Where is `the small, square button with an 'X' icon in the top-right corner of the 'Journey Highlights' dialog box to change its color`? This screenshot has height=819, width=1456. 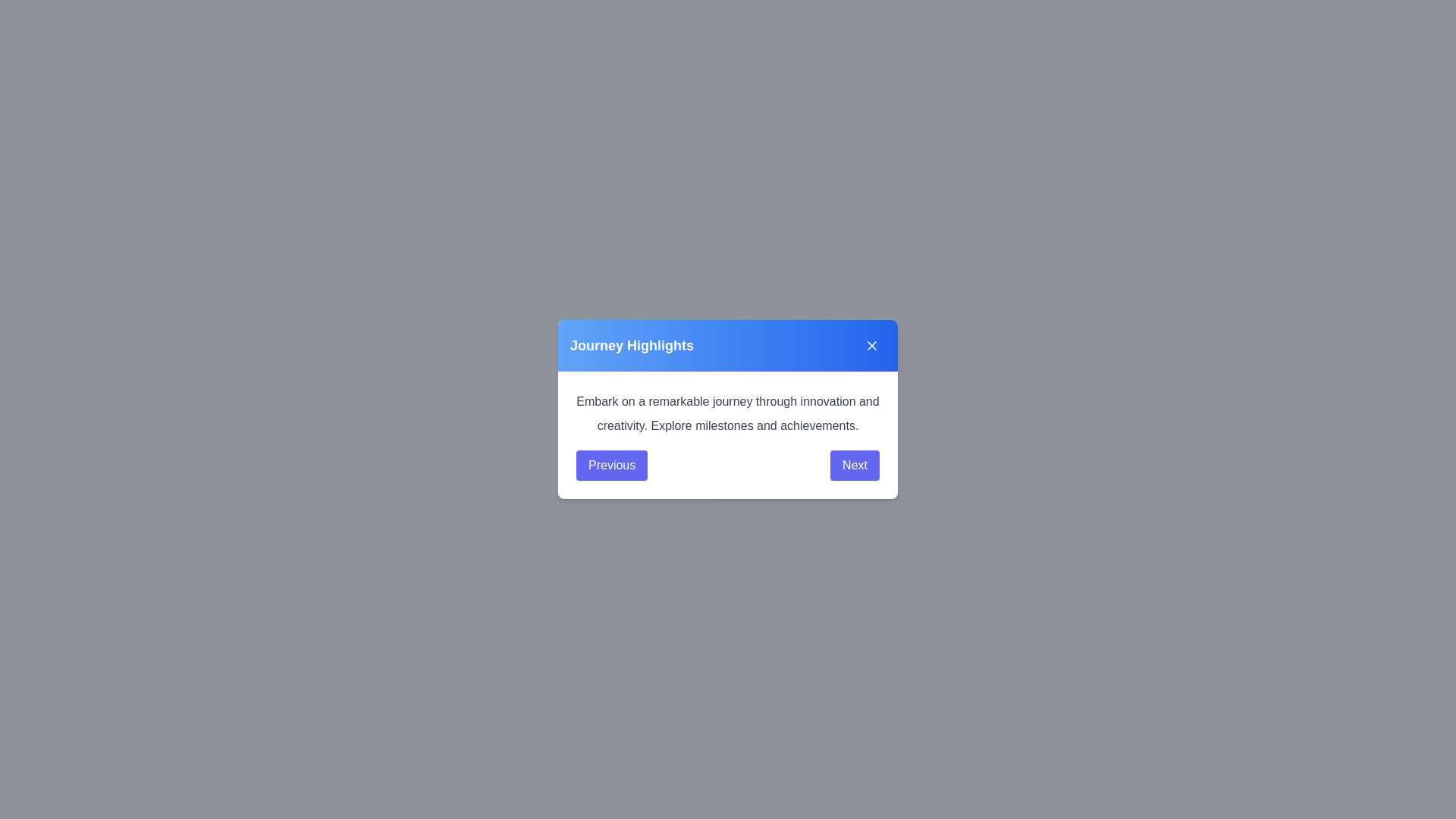 the small, square button with an 'X' icon in the top-right corner of the 'Journey Highlights' dialog box to change its color is located at coordinates (872, 345).